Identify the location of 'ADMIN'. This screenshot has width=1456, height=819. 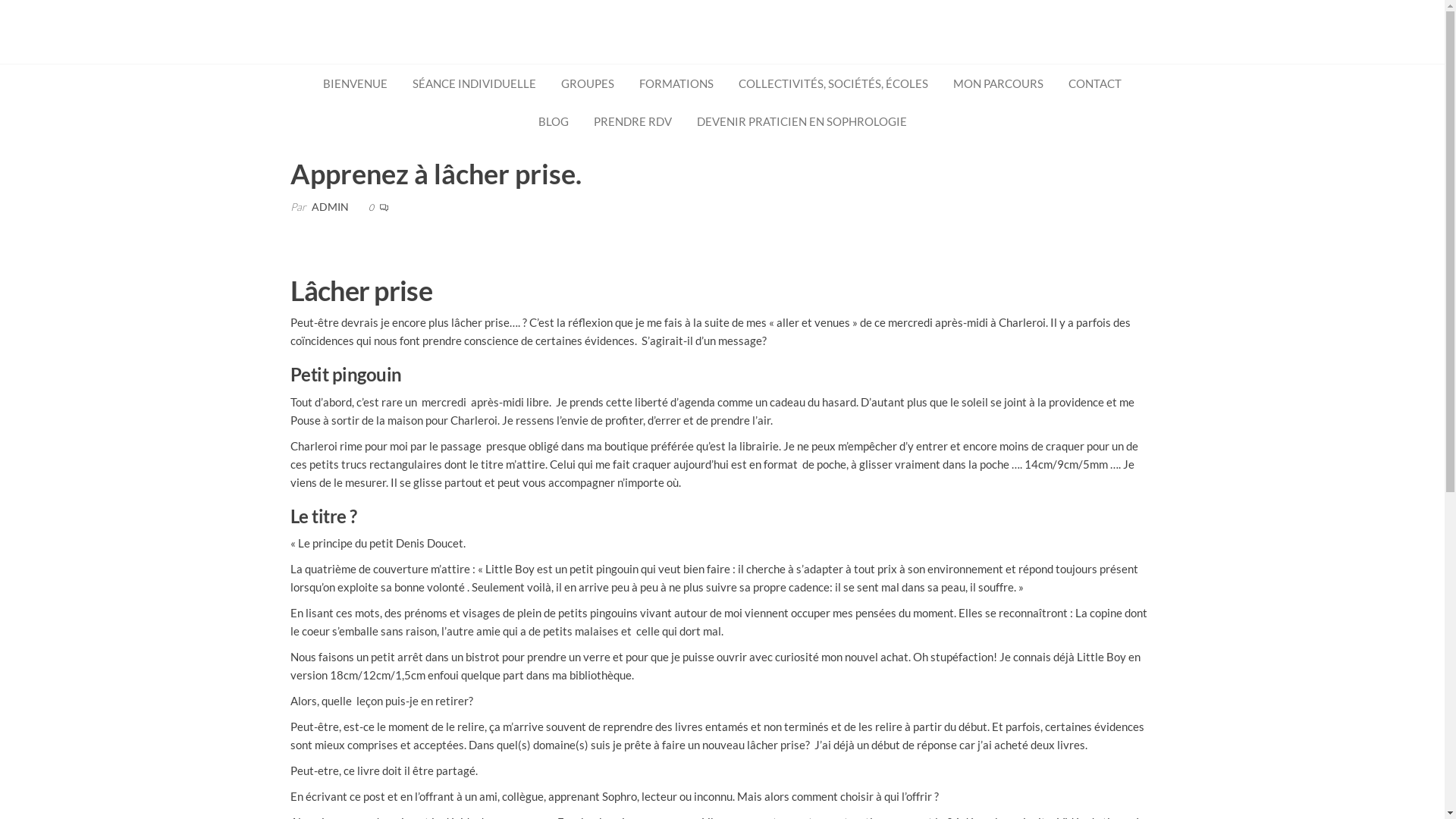
(328, 206).